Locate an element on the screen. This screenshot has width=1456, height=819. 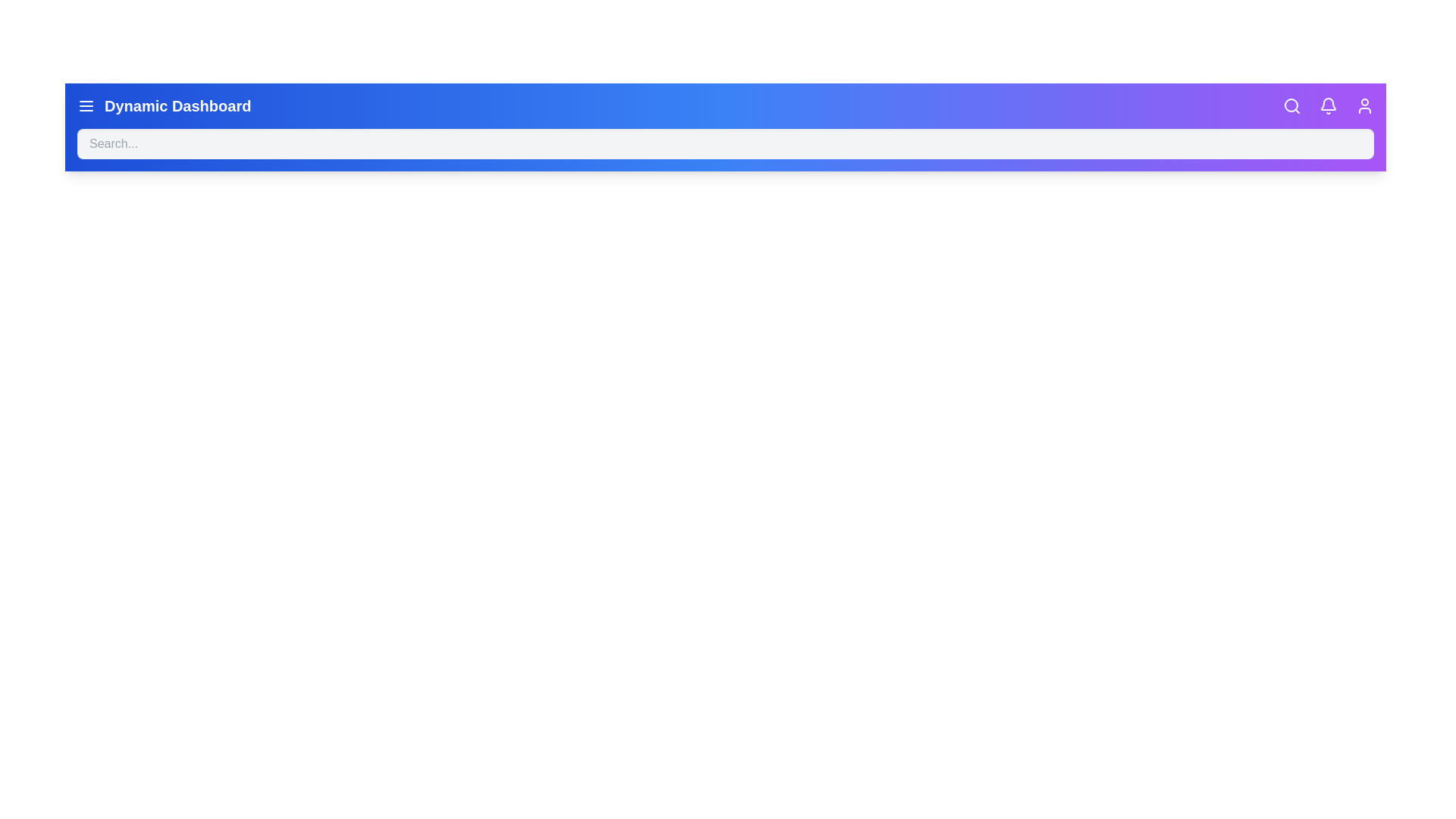
the search input field to focus and highlight its text is located at coordinates (724, 143).